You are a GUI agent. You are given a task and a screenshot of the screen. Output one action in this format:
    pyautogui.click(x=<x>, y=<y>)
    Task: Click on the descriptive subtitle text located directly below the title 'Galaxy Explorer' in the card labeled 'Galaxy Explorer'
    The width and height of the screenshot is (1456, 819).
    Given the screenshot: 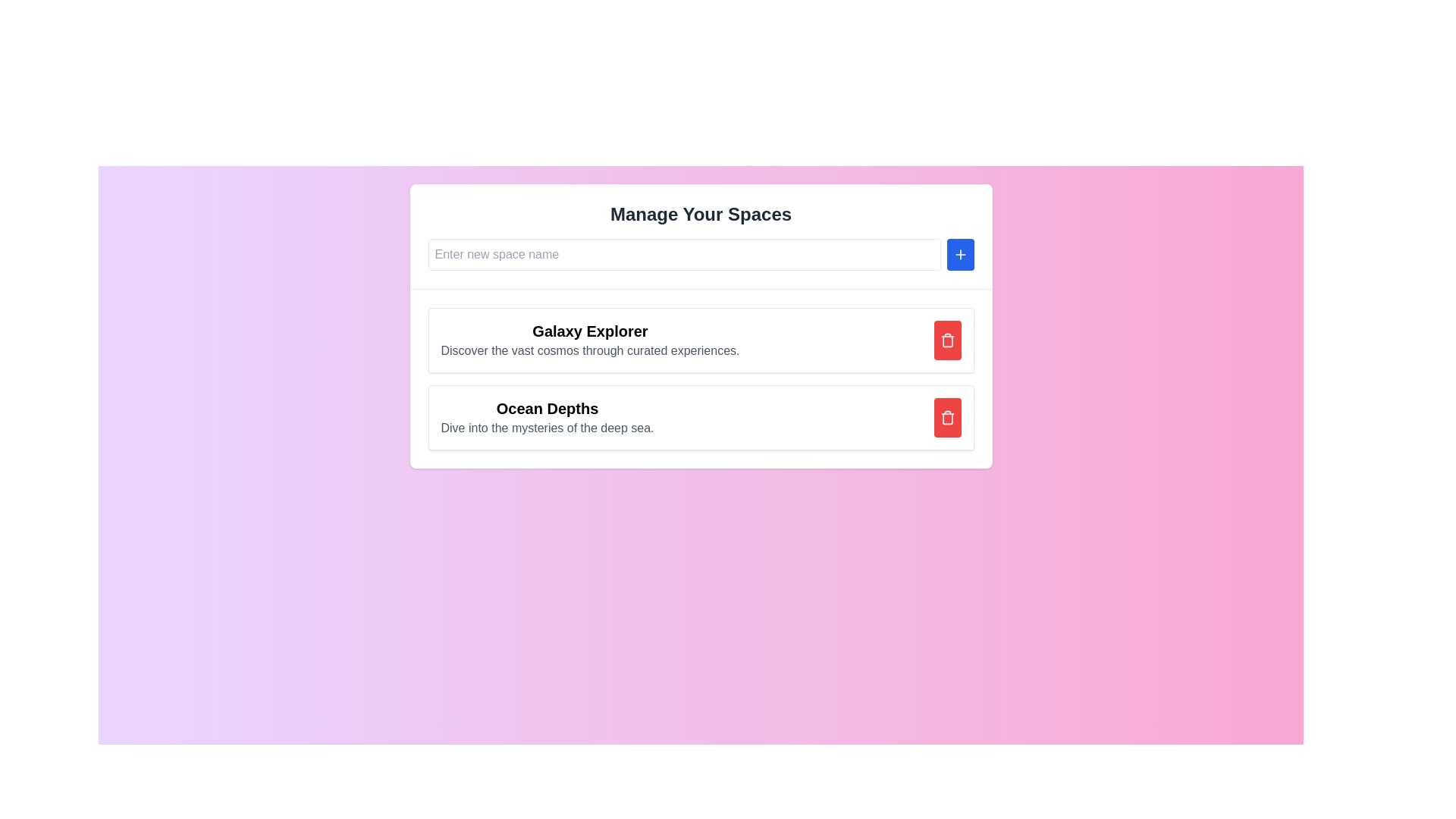 What is the action you would take?
    pyautogui.click(x=589, y=350)
    